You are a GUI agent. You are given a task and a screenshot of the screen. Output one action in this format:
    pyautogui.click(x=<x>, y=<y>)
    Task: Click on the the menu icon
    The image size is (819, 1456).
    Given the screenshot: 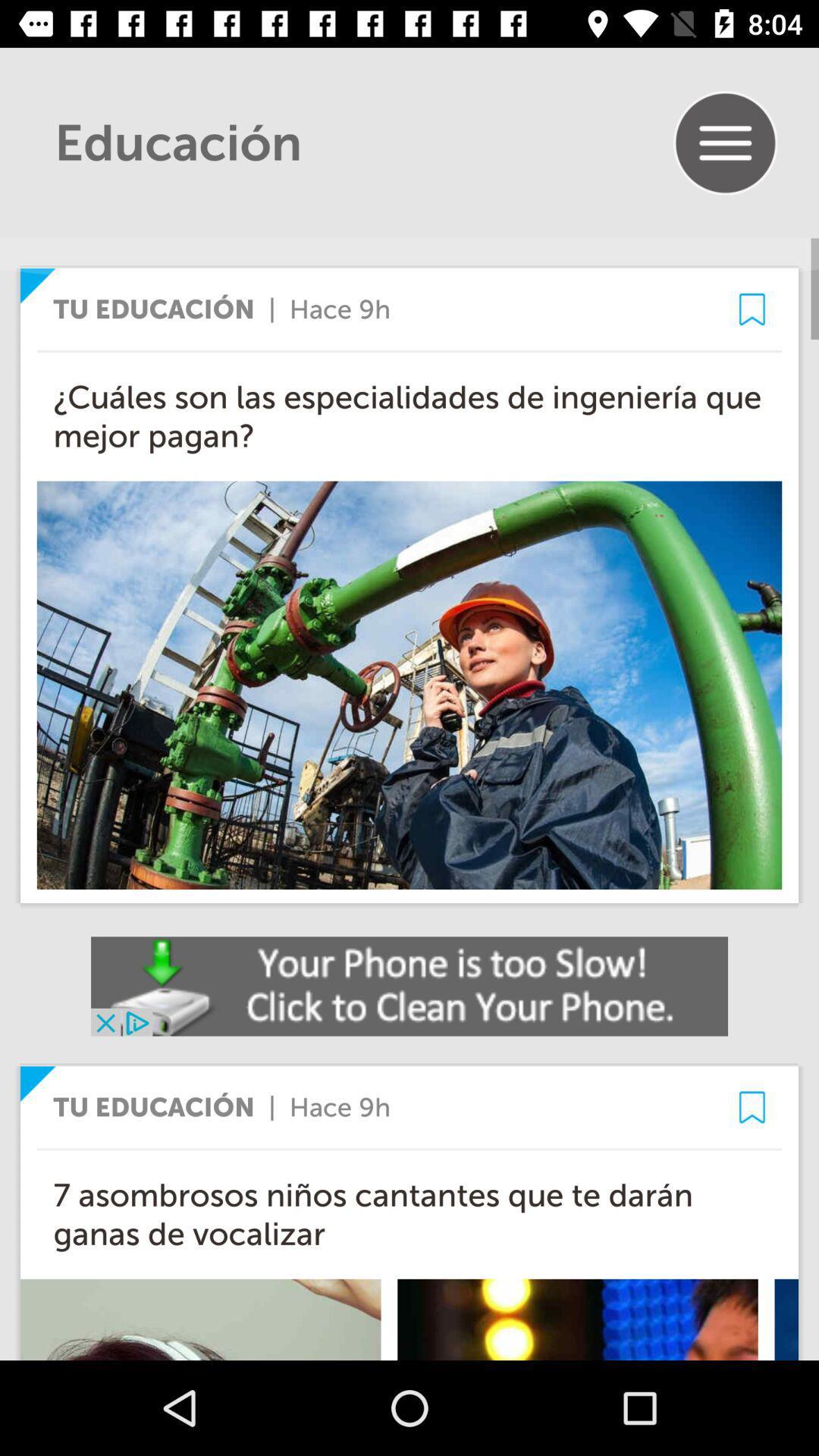 What is the action you would take?
    pyautogui.click(x=724, y=143)
    